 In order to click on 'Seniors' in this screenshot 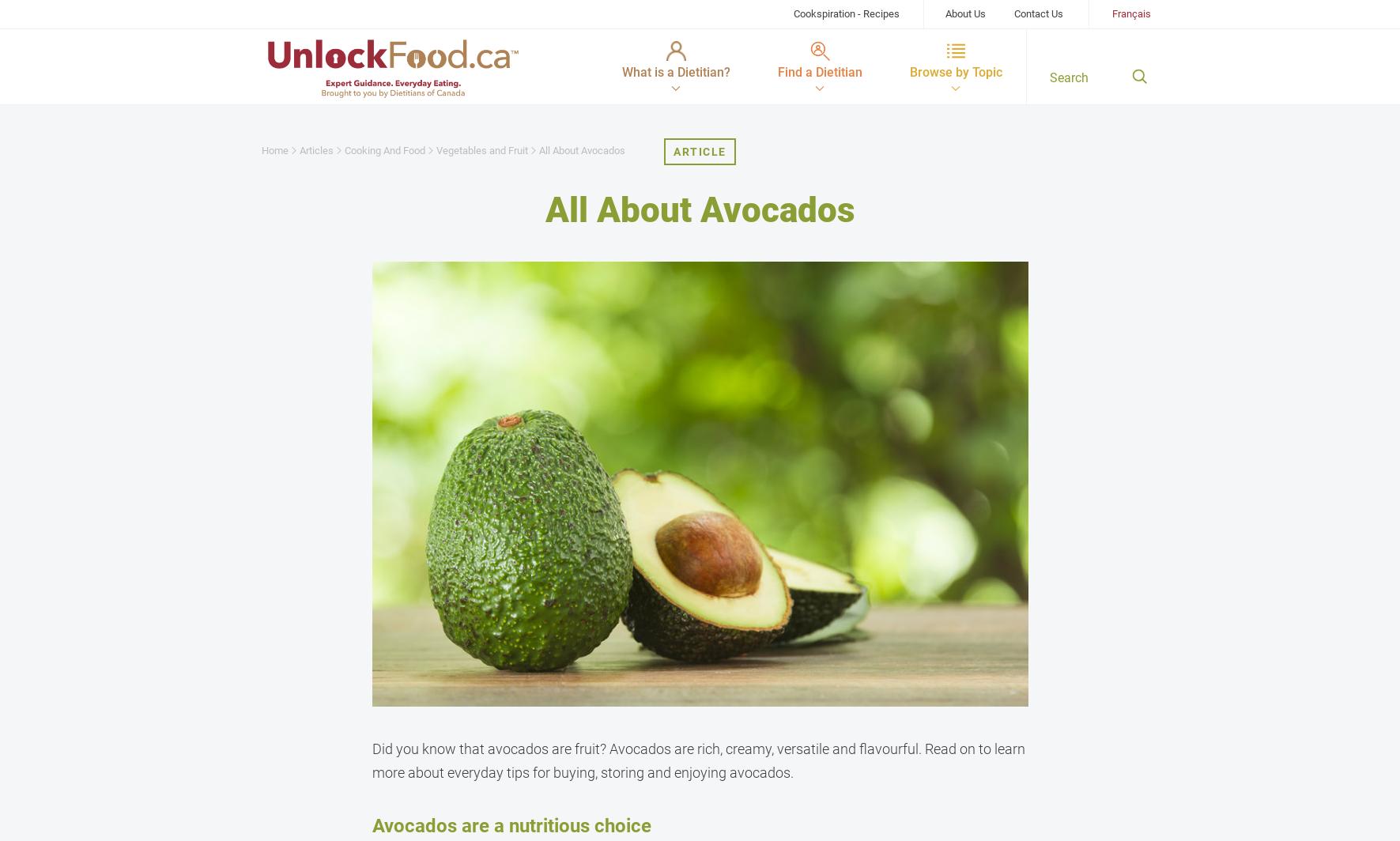, I will do `click(493, 283)`.